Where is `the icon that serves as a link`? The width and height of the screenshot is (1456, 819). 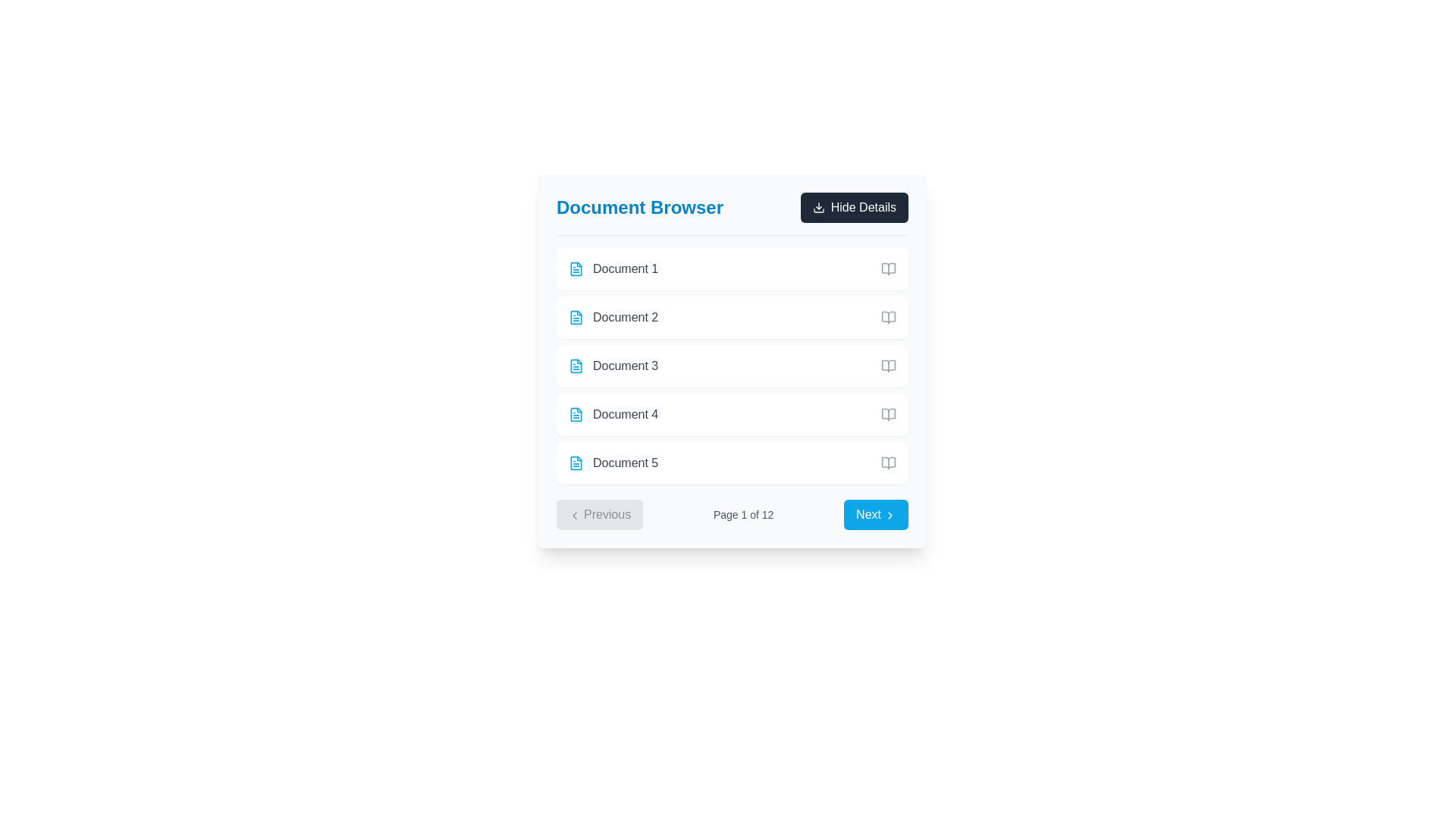
the icon that serves as a link is located at coordinates (888, 366).